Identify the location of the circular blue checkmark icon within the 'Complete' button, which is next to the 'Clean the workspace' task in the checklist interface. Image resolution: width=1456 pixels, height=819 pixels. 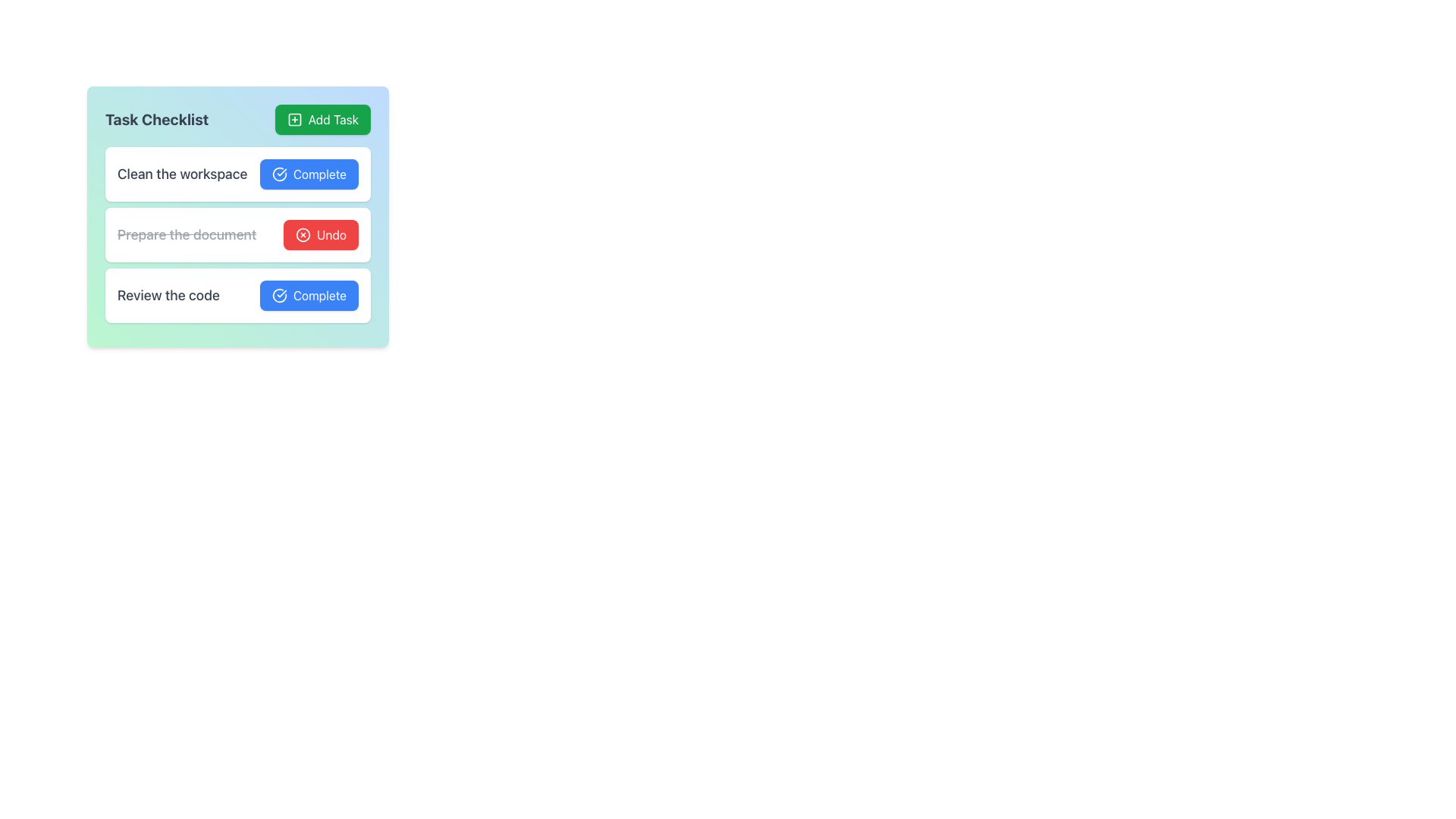
(279, 174).